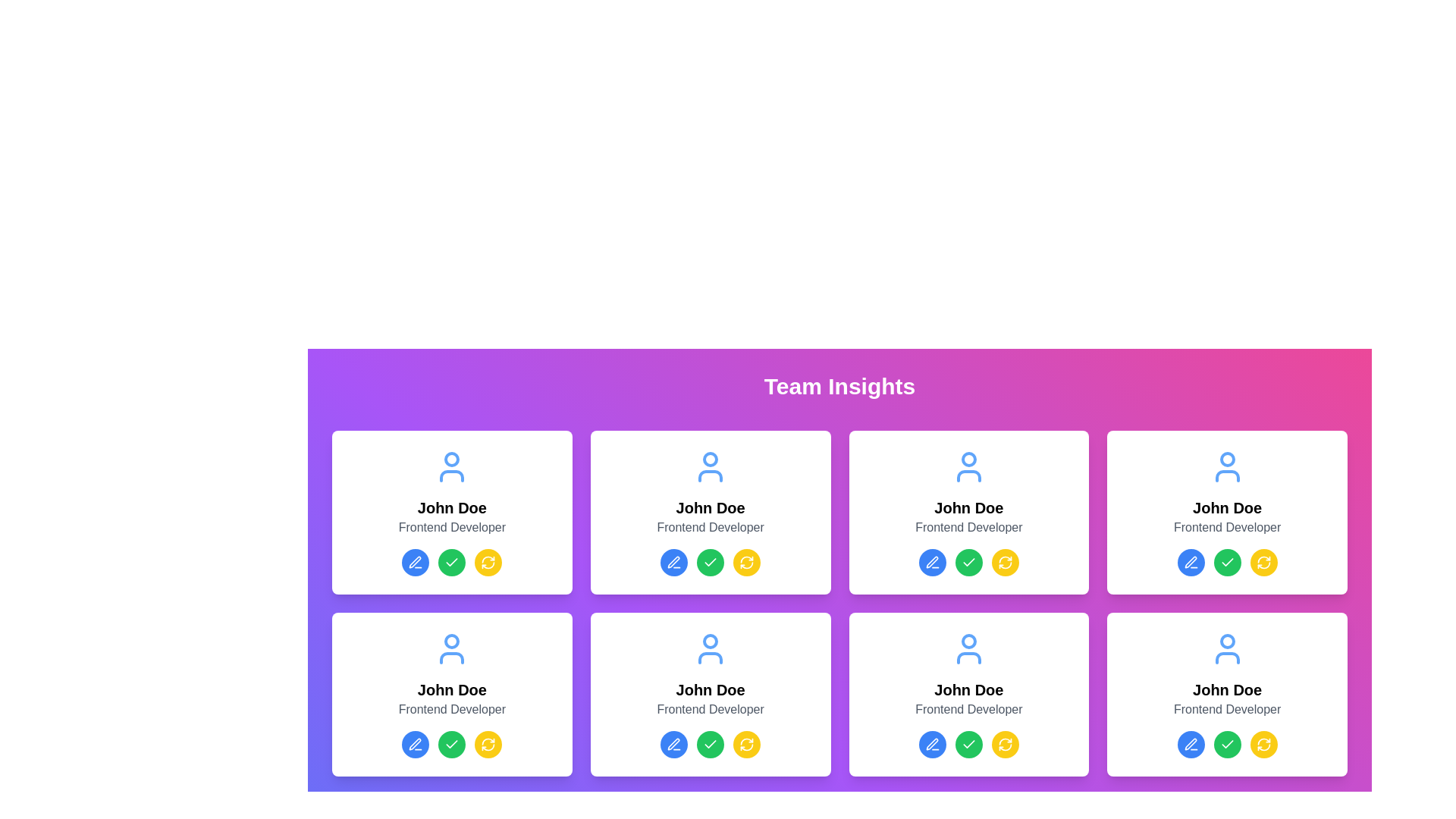 This screenshot has height=819, width=1456. What do you see at coordinates (968, 648) in the screenshot?
I see `the light blue person icon located within the card labeled 'John Doe' and 'Frontend Developer' in the 'Team Insights' section` at bounding box center [968, 648].